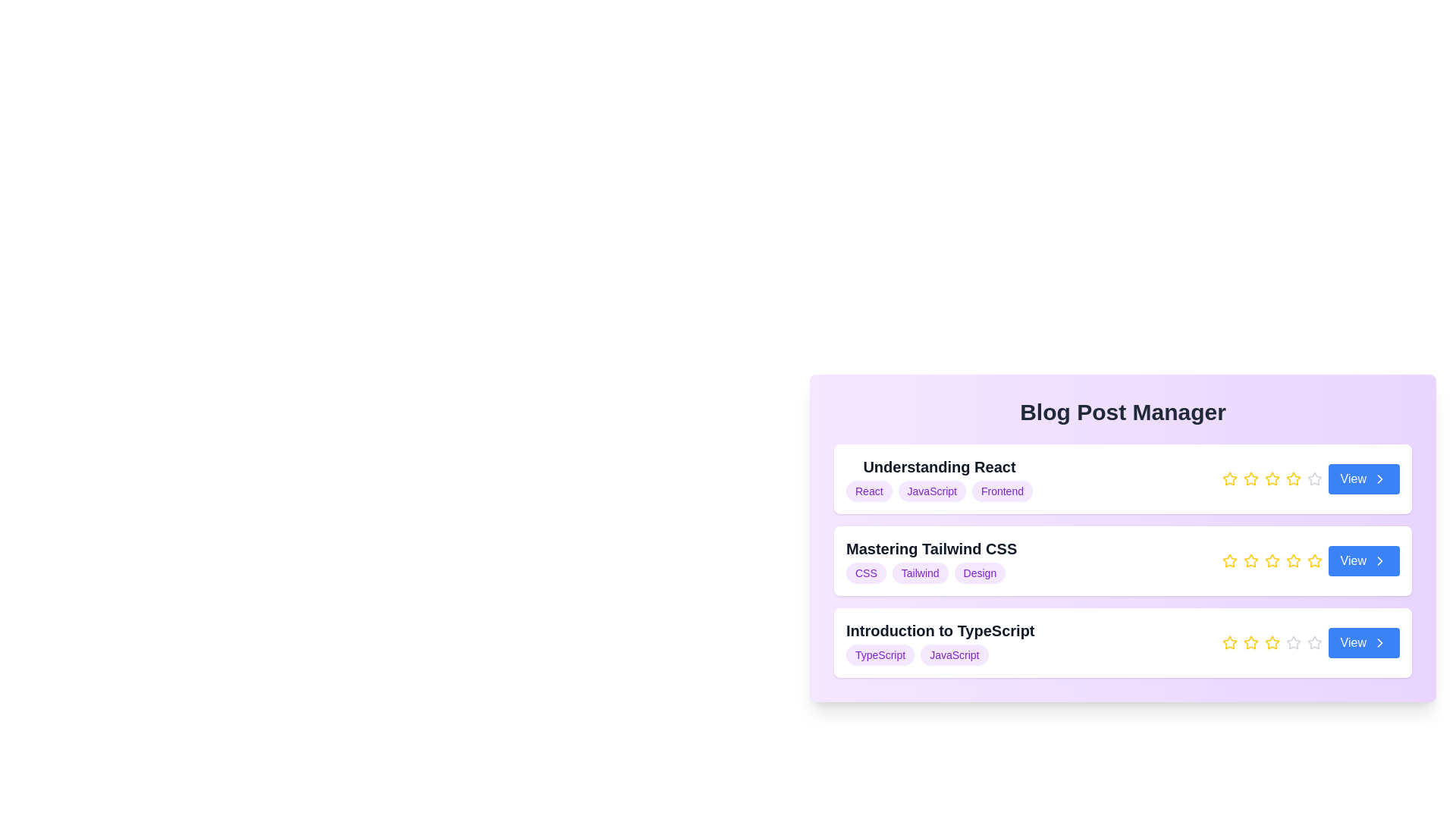  What do you see at coordinates (1250, 642) in the screenshot?
I see `the second star in the rating widget for the 'Introduction to TypeScript' post` at bounding box center [1250, 642].